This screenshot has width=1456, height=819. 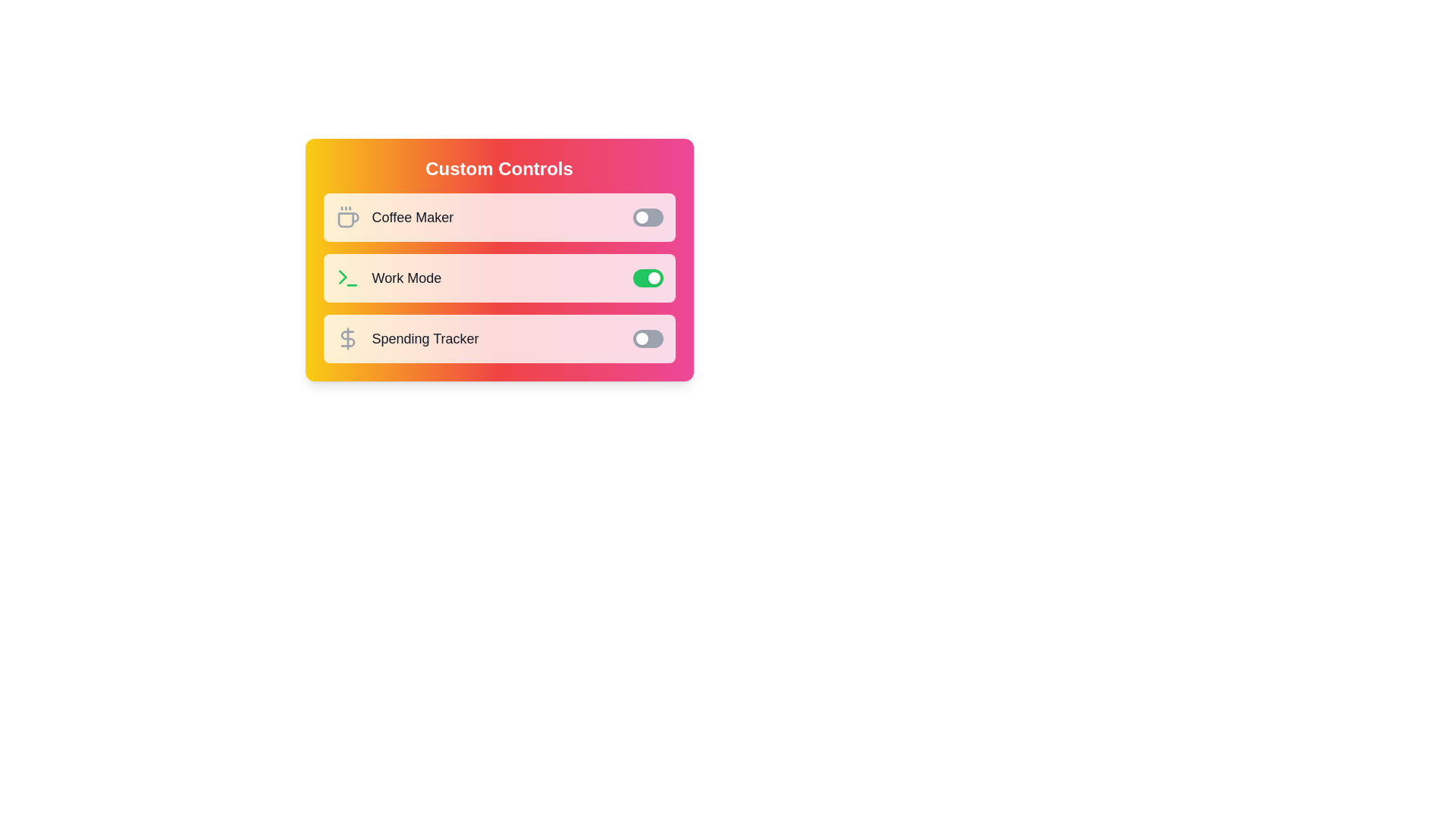 I want to click on the Spending Tracker Icon to reveal additional information, so click(x=347, y=338).